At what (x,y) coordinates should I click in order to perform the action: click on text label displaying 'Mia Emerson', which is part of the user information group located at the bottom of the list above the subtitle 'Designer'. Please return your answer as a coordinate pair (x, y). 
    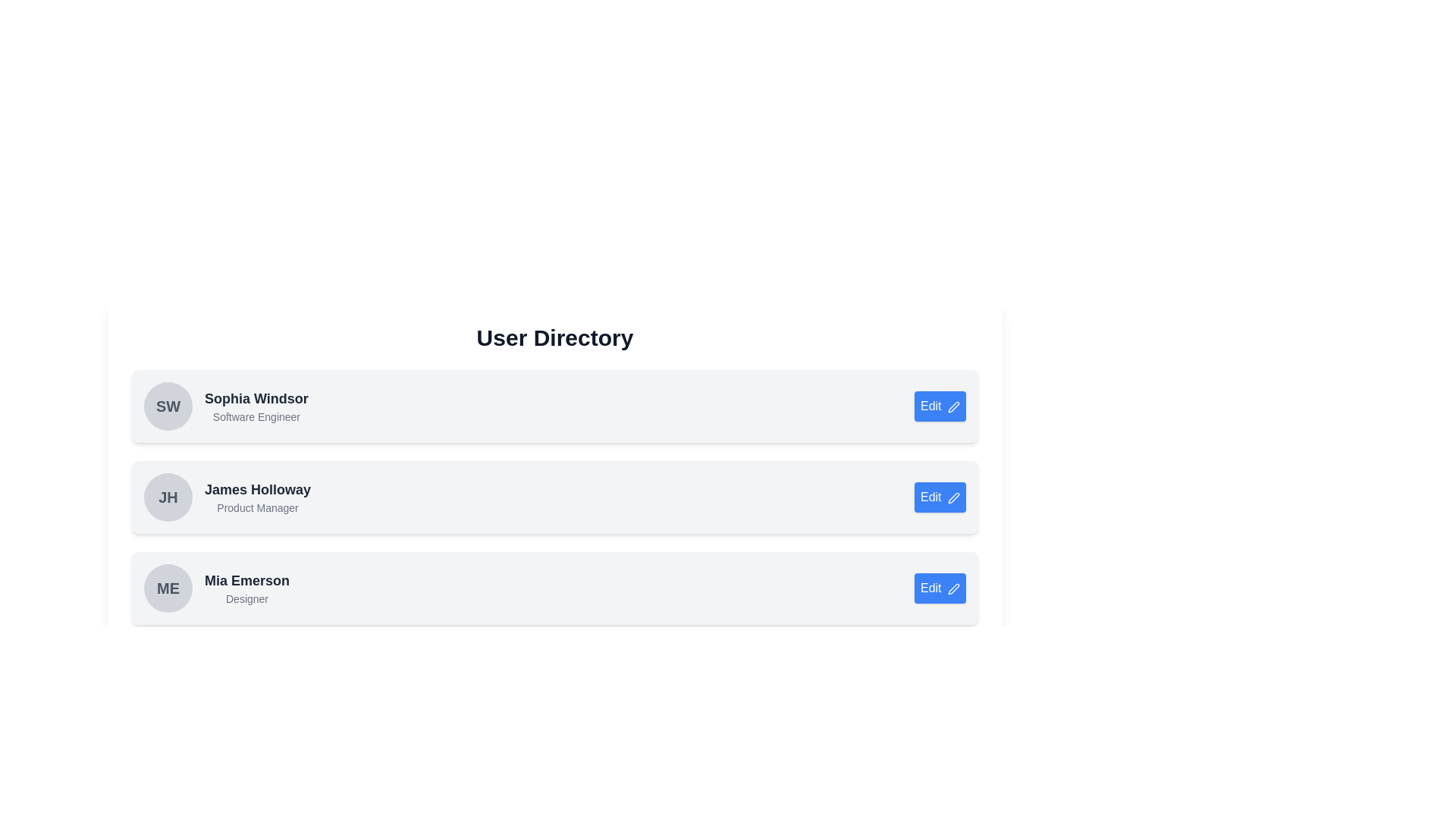
    Looking at the image, I should click on (247, 580).